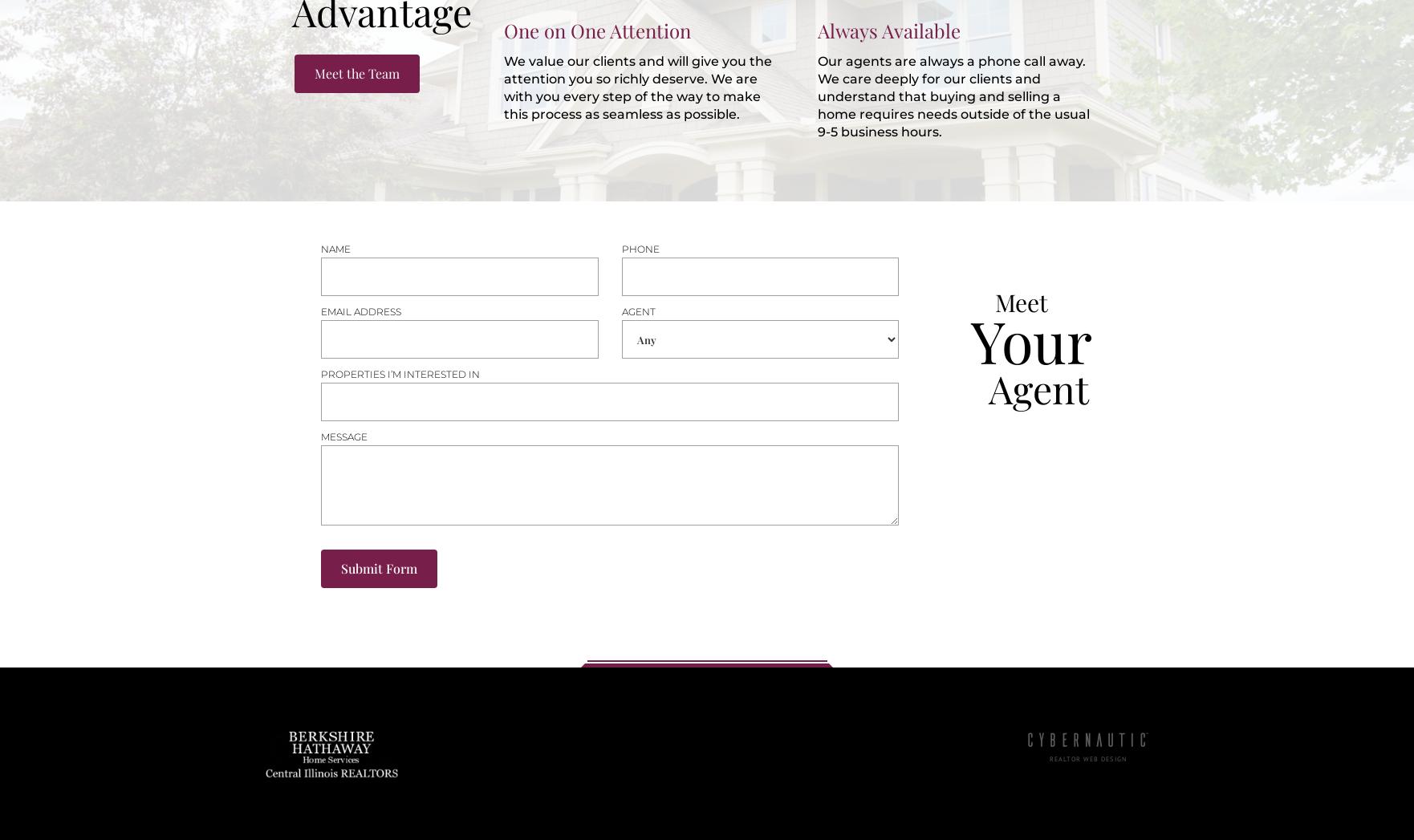 The width and height of the screenshot is (1414, 840). Describe the element at coordinates (378, 567) in the screenshot. I see `'Submit Form'` at that location.